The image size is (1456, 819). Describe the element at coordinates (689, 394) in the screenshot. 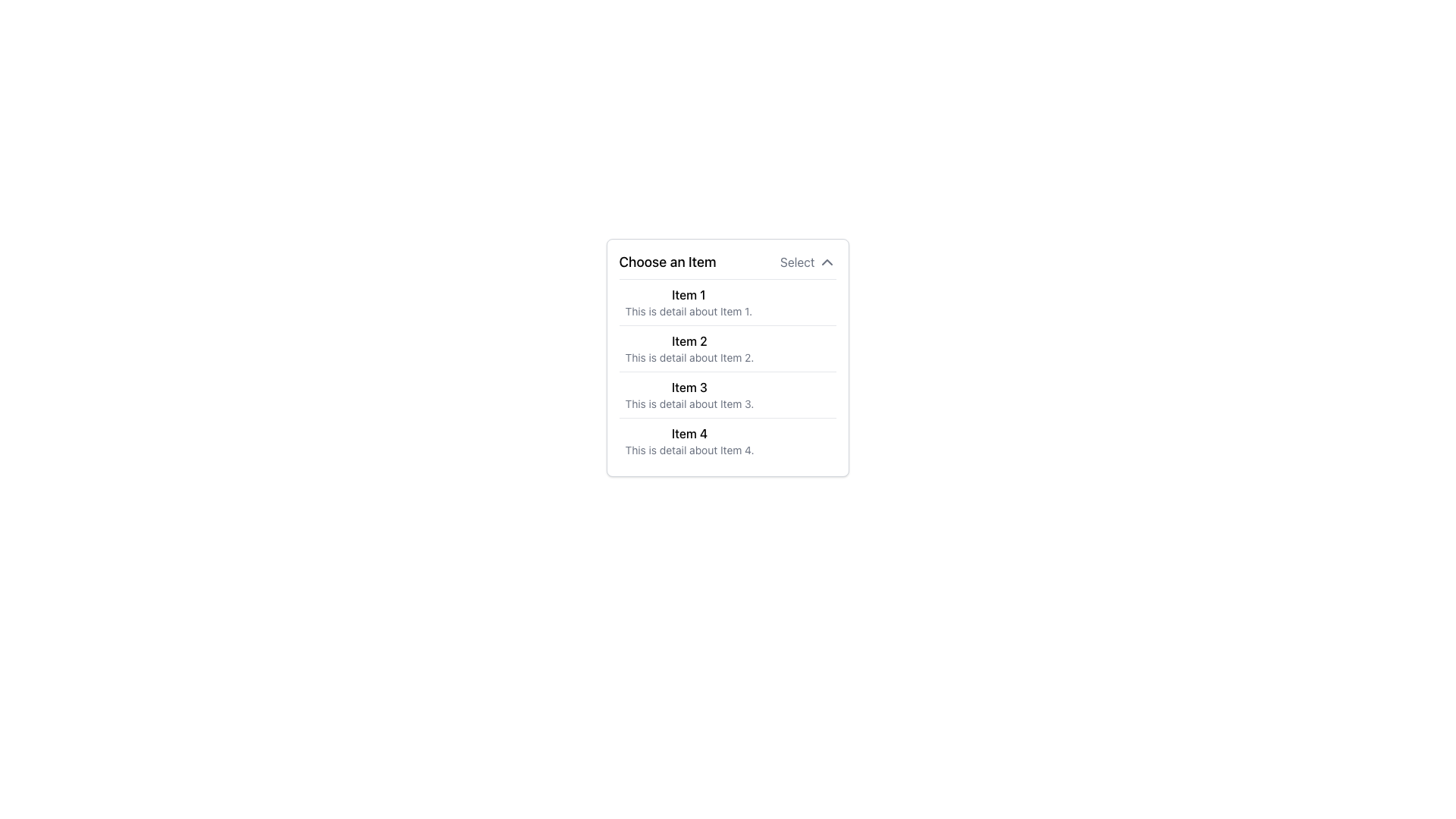

I see `the third item in the dropdown menu, which presents a title and a brief description, positioned between 'Item 2' and 'Item 4'` at that location.